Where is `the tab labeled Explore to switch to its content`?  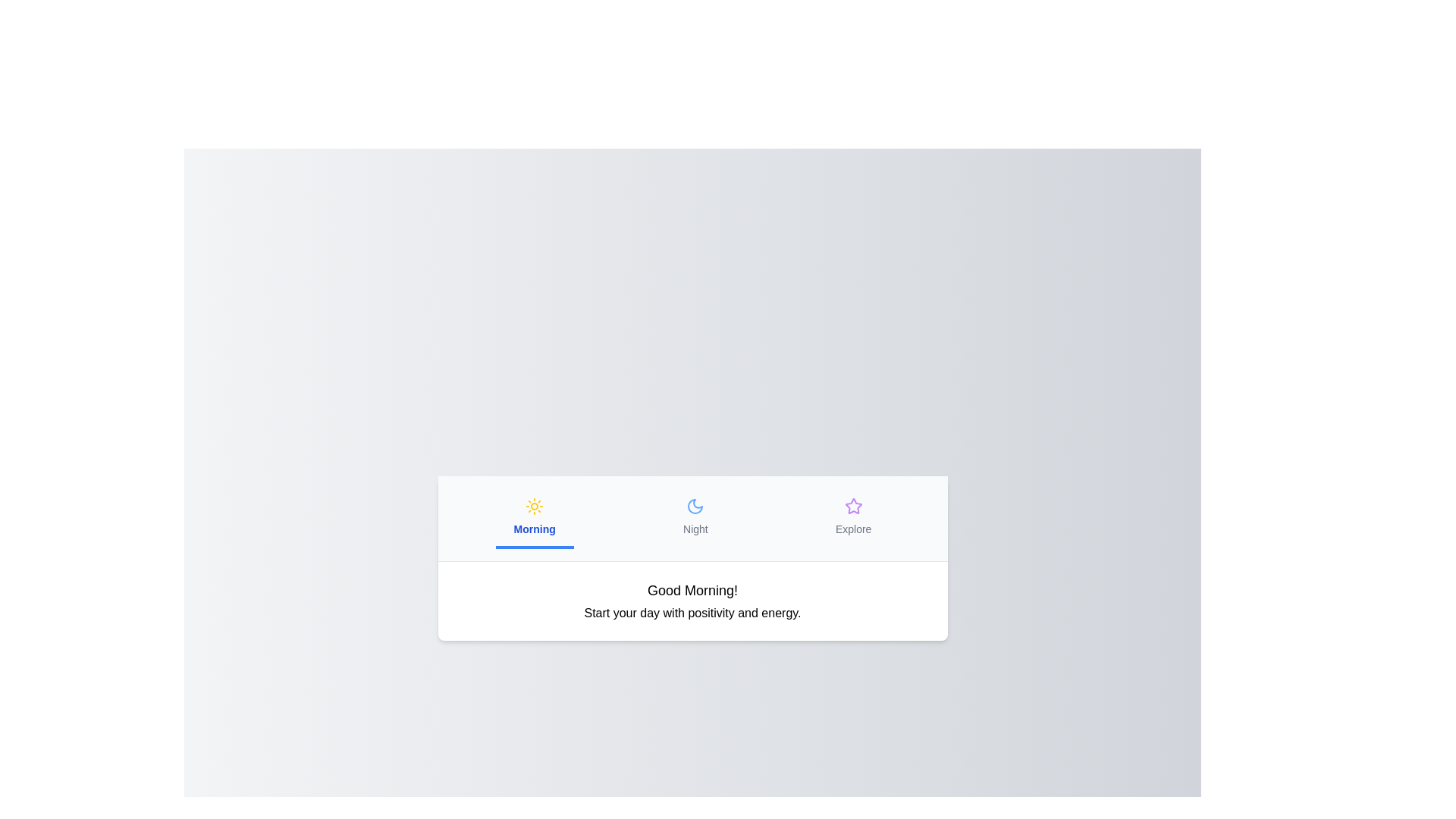
the tab labeled Explore to switch to its content is located at coordinates (853, 517).